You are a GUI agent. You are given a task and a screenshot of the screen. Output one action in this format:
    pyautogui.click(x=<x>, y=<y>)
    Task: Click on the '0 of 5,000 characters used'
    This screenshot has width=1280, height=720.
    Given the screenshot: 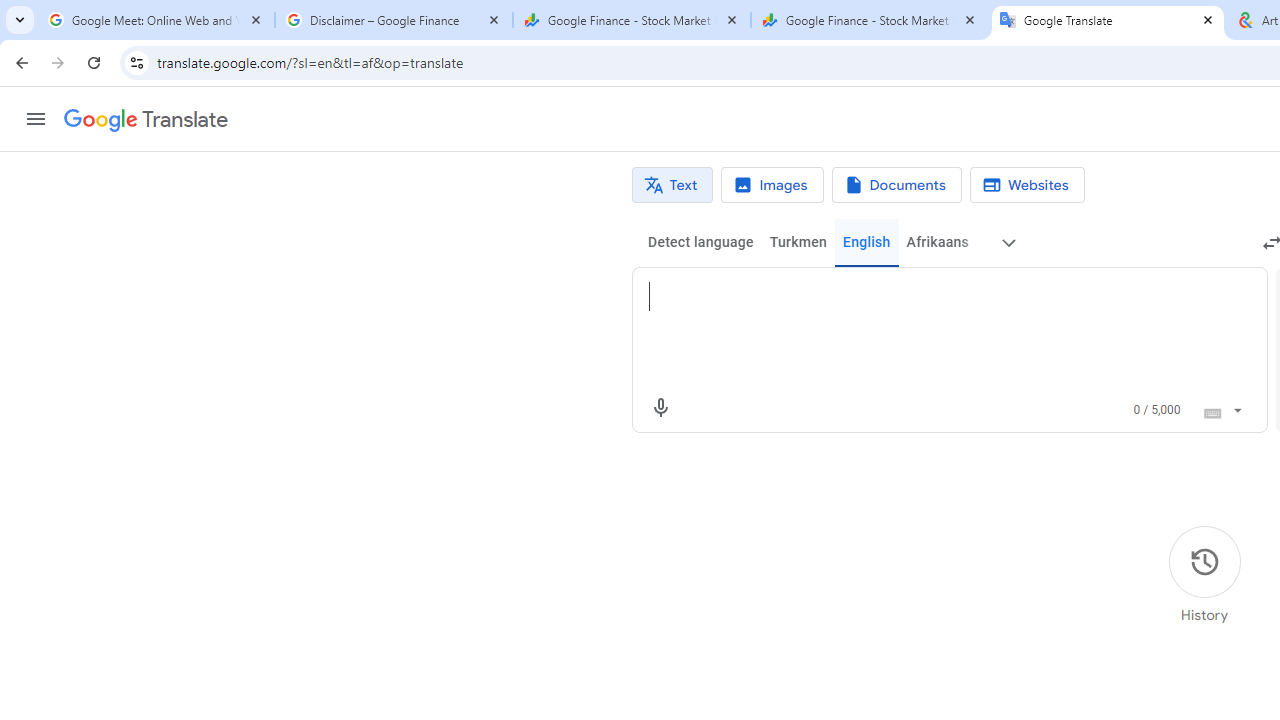 What is the action you would take?
    pyautogui.click(x=1157, y=409)
    